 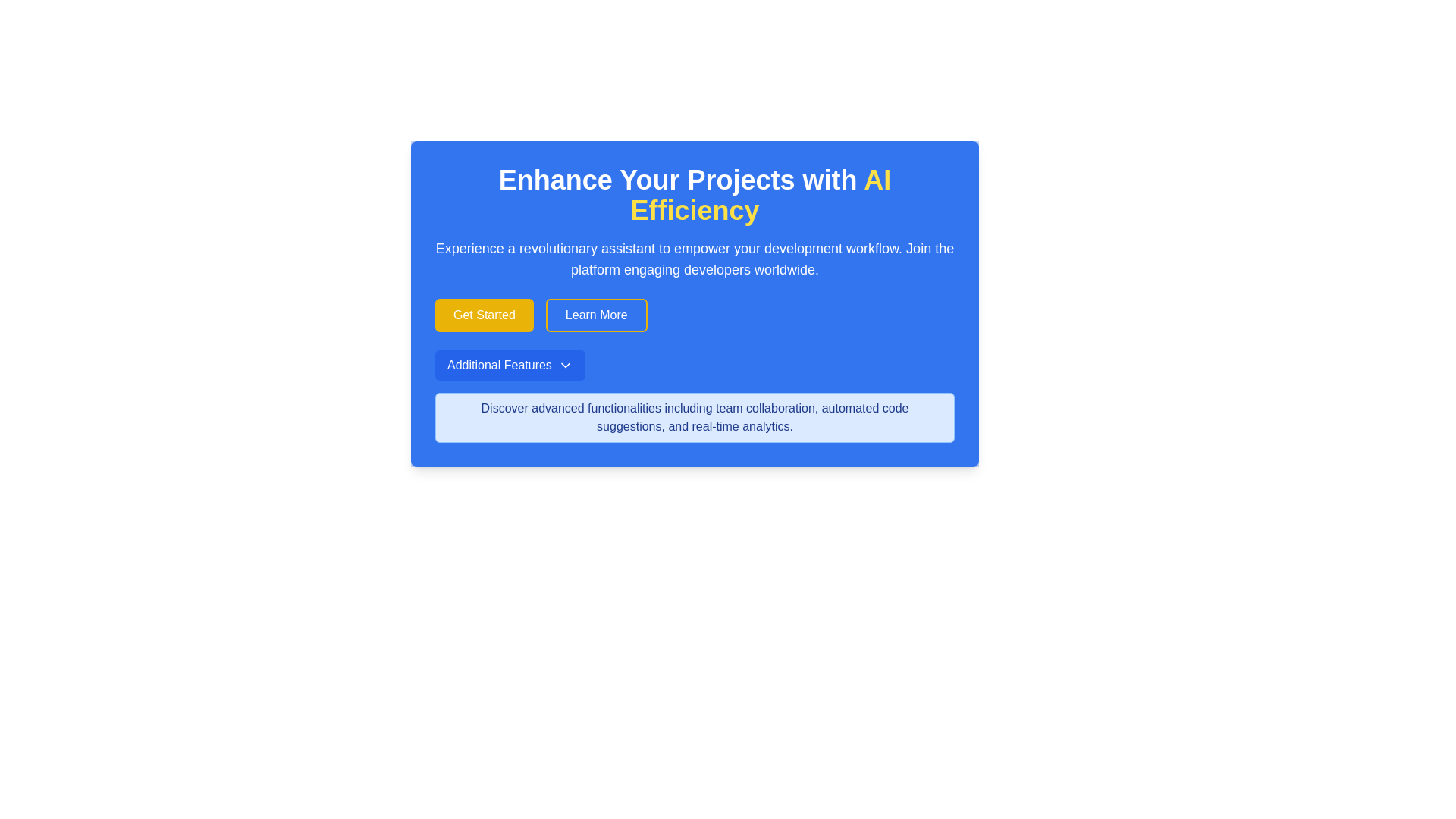 What do you see at coordinates (694, 195) in the screenshot?
I see `the prominent title text element reading 'Enhance Your Projects with AI Efficiency,' which is styled with large, bold typography and highlighted in yellow, centered within a blue rectangular background` at bounding box center [694, 195].